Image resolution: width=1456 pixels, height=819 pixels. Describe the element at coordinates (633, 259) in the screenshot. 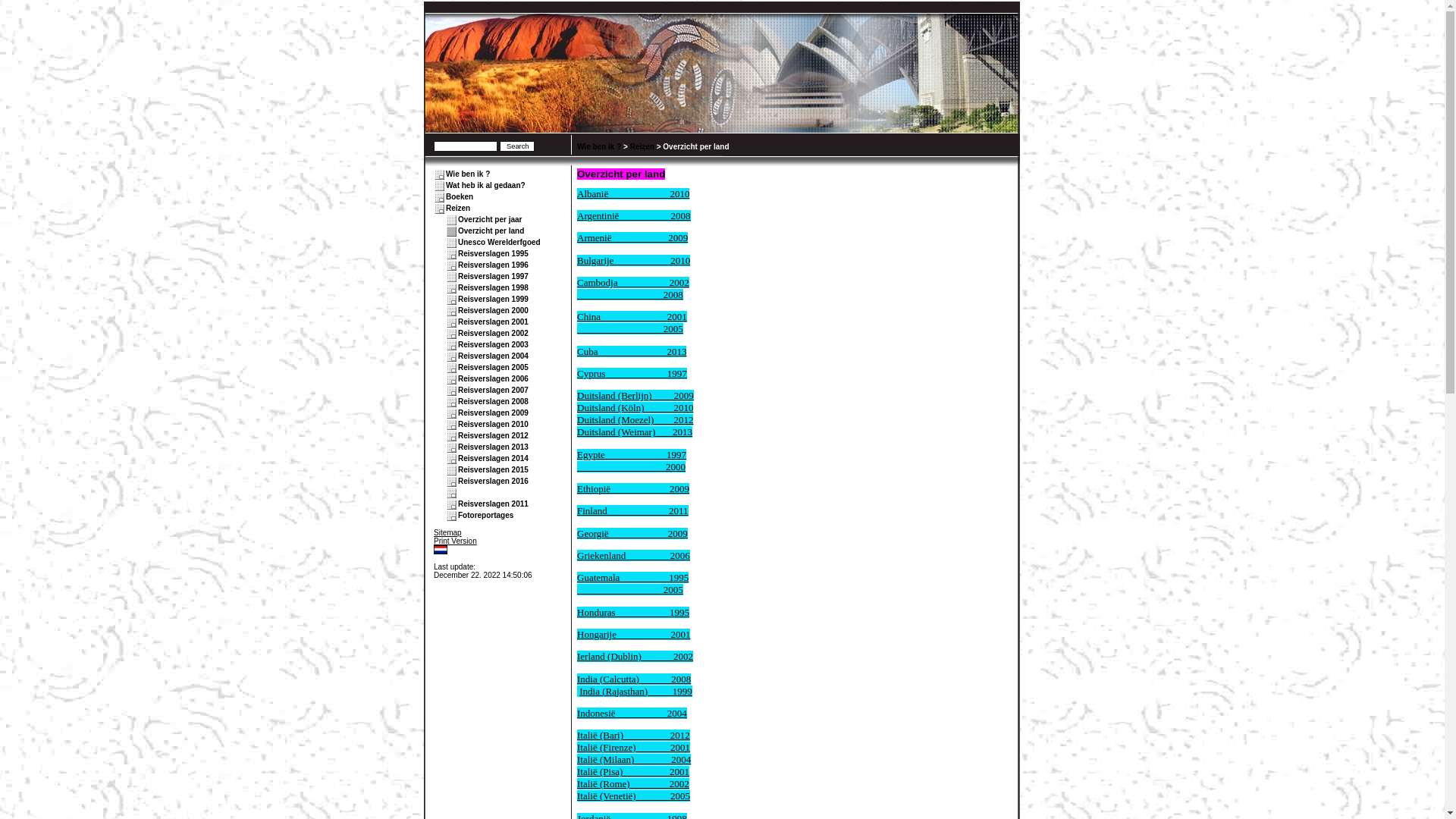

I see `'Bulgarije                       2010'` at that location.